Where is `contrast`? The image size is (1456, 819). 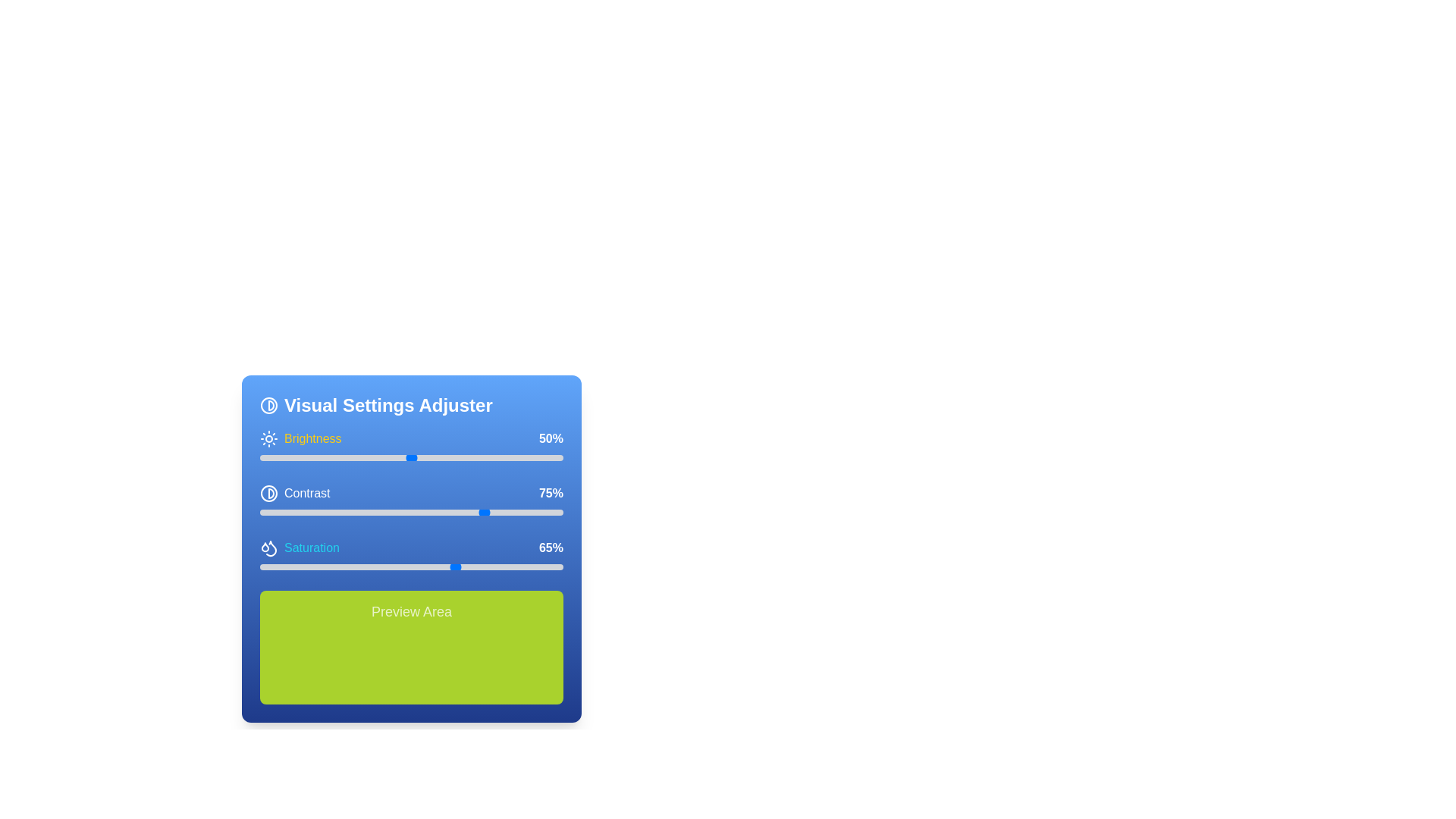
contrast is located at coordinates (542, 512).